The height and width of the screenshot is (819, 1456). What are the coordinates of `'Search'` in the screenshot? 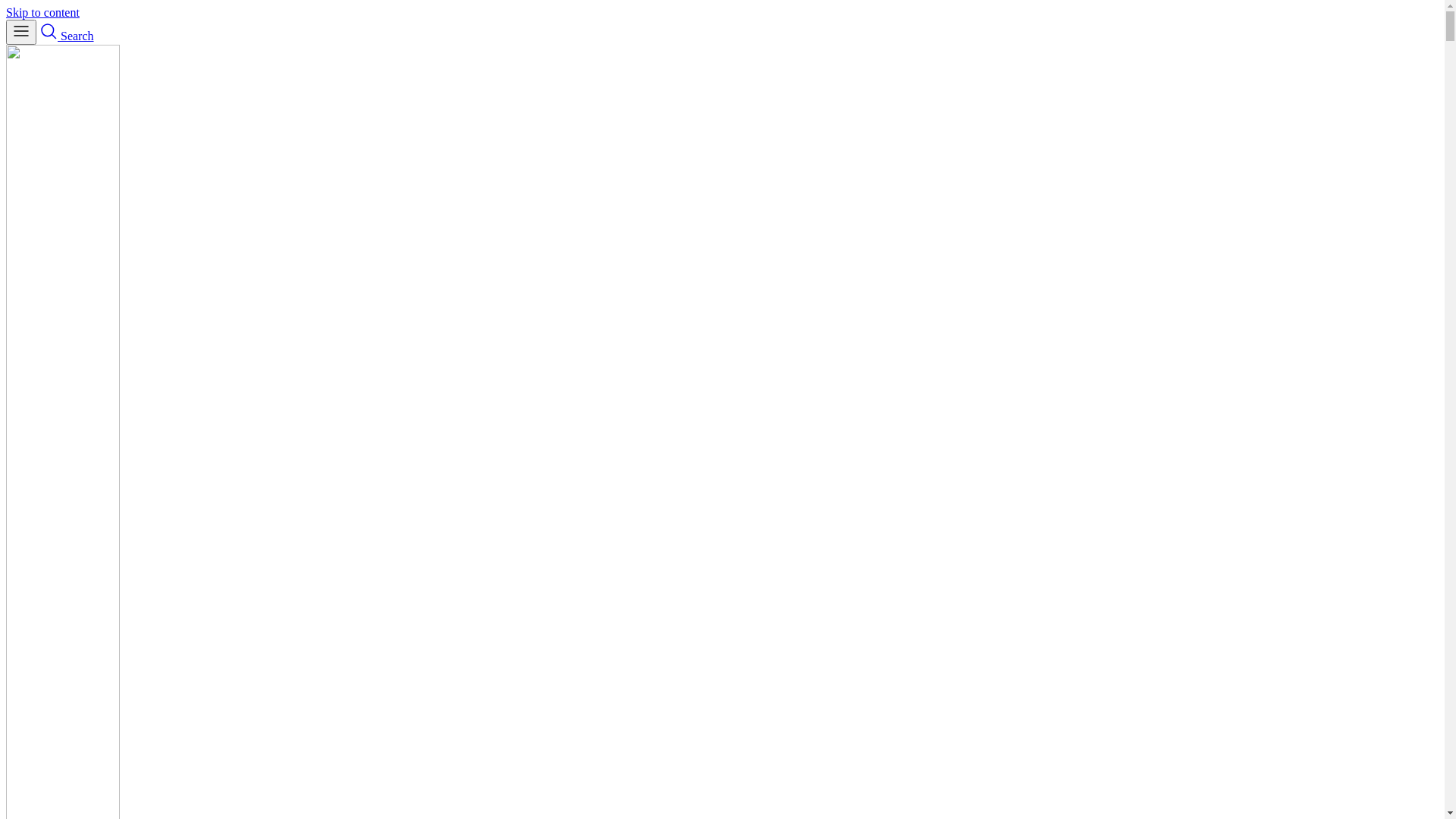 It's located at (39, 35).